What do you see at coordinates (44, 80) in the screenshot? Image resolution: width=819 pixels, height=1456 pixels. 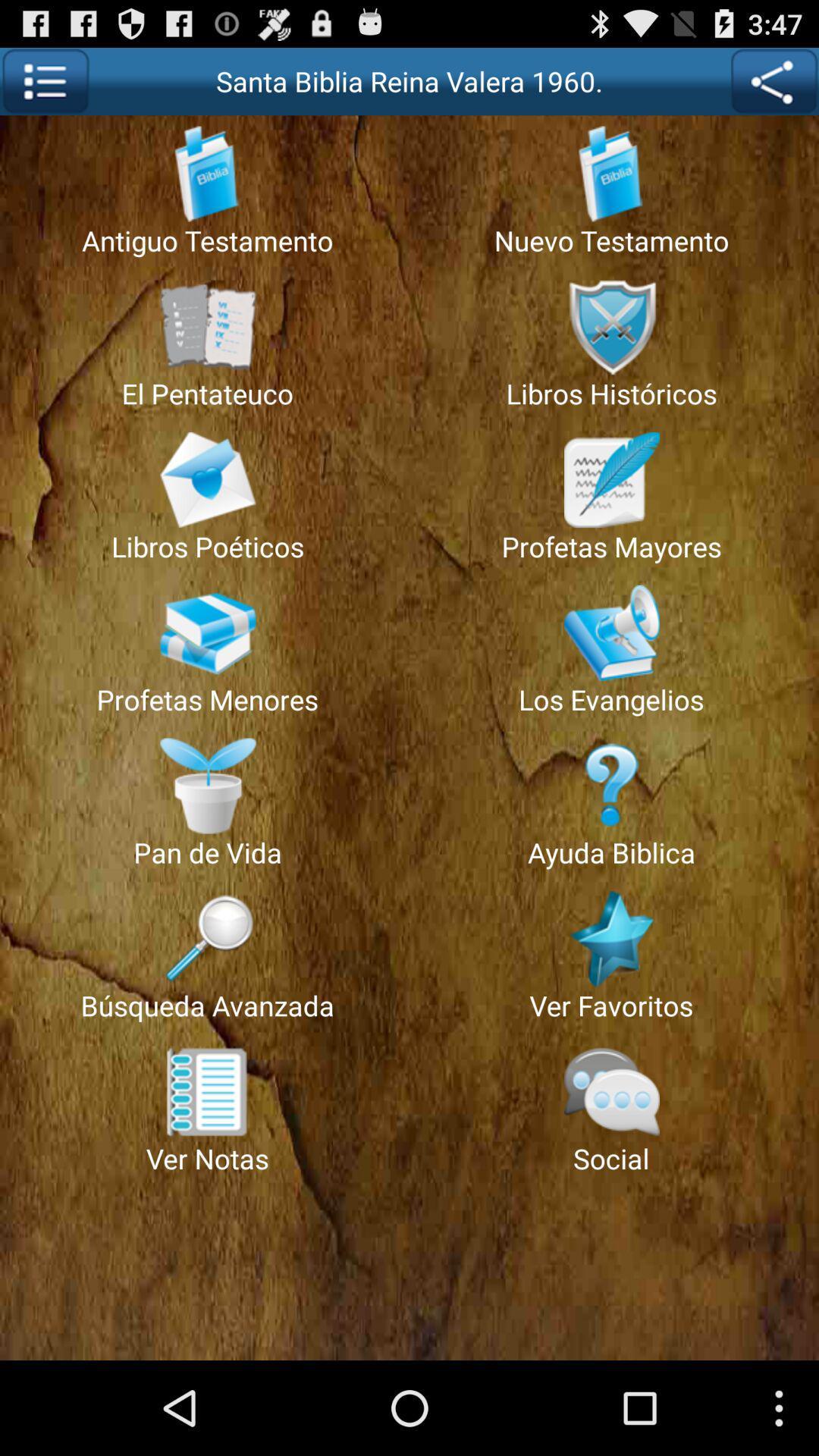 I see `the app to the left of the santa biblia reina app` at bounding box center [44, 80].